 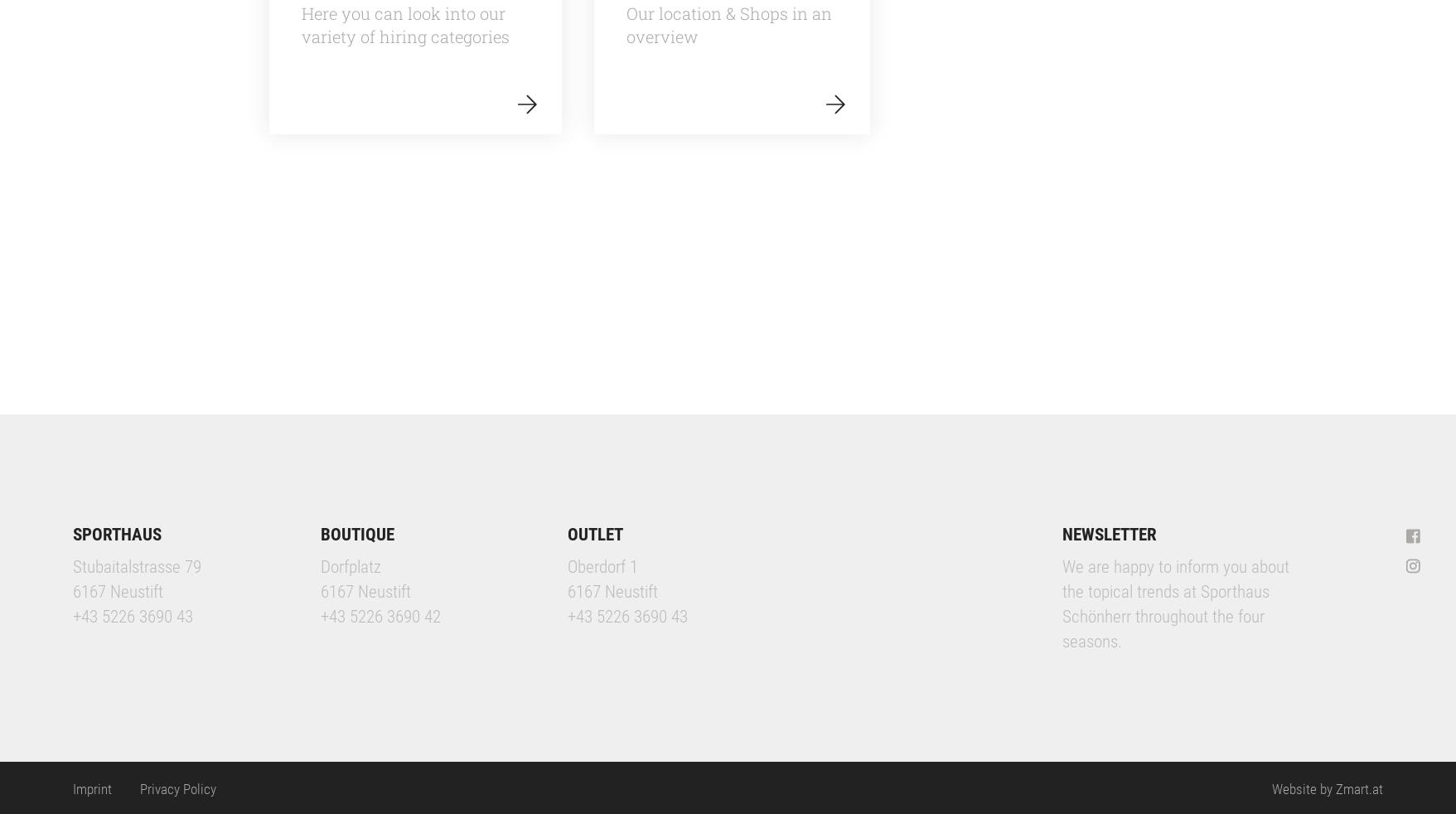 I want to click on 'Website by Zmart.at', so click(x=1326, y=787).